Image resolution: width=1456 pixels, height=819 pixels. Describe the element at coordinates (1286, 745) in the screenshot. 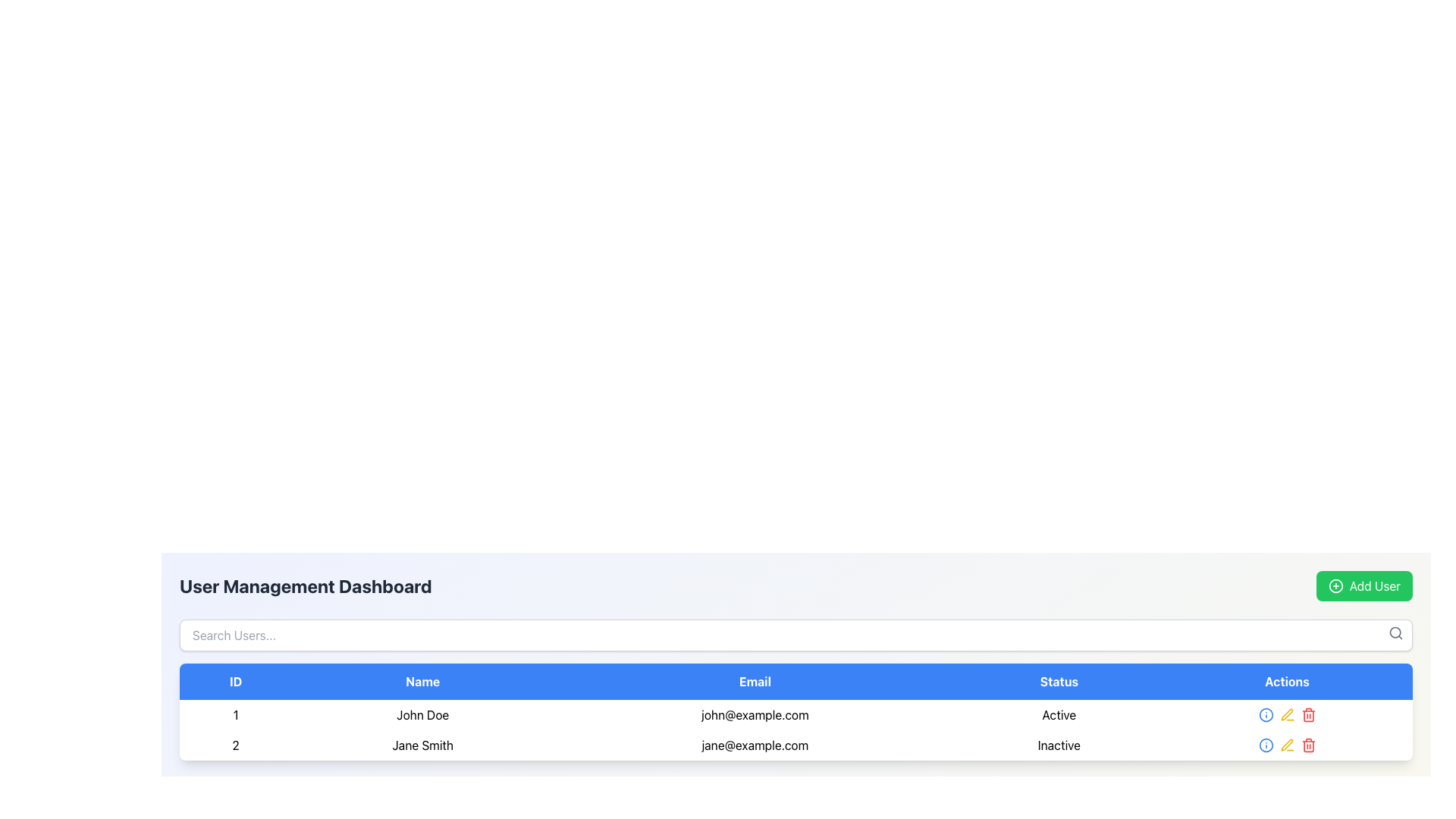

I see `the yellow pen icon in the 'Actions' column of Jane Smith's row` at that location.